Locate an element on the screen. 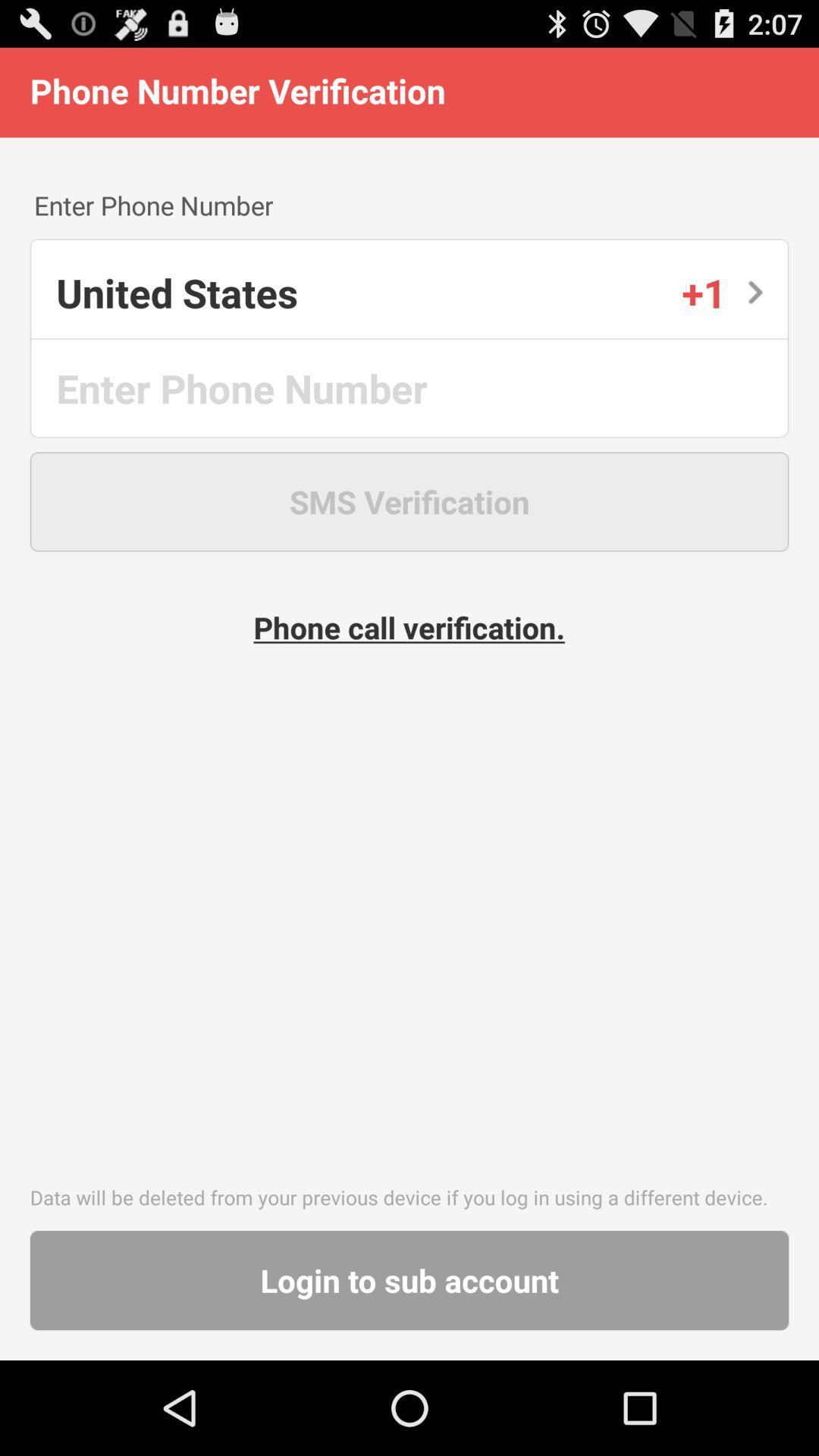 Image resolution: width=819 pixels, height=1456 pixels. phone number entry is located at coordinates (411, 388).